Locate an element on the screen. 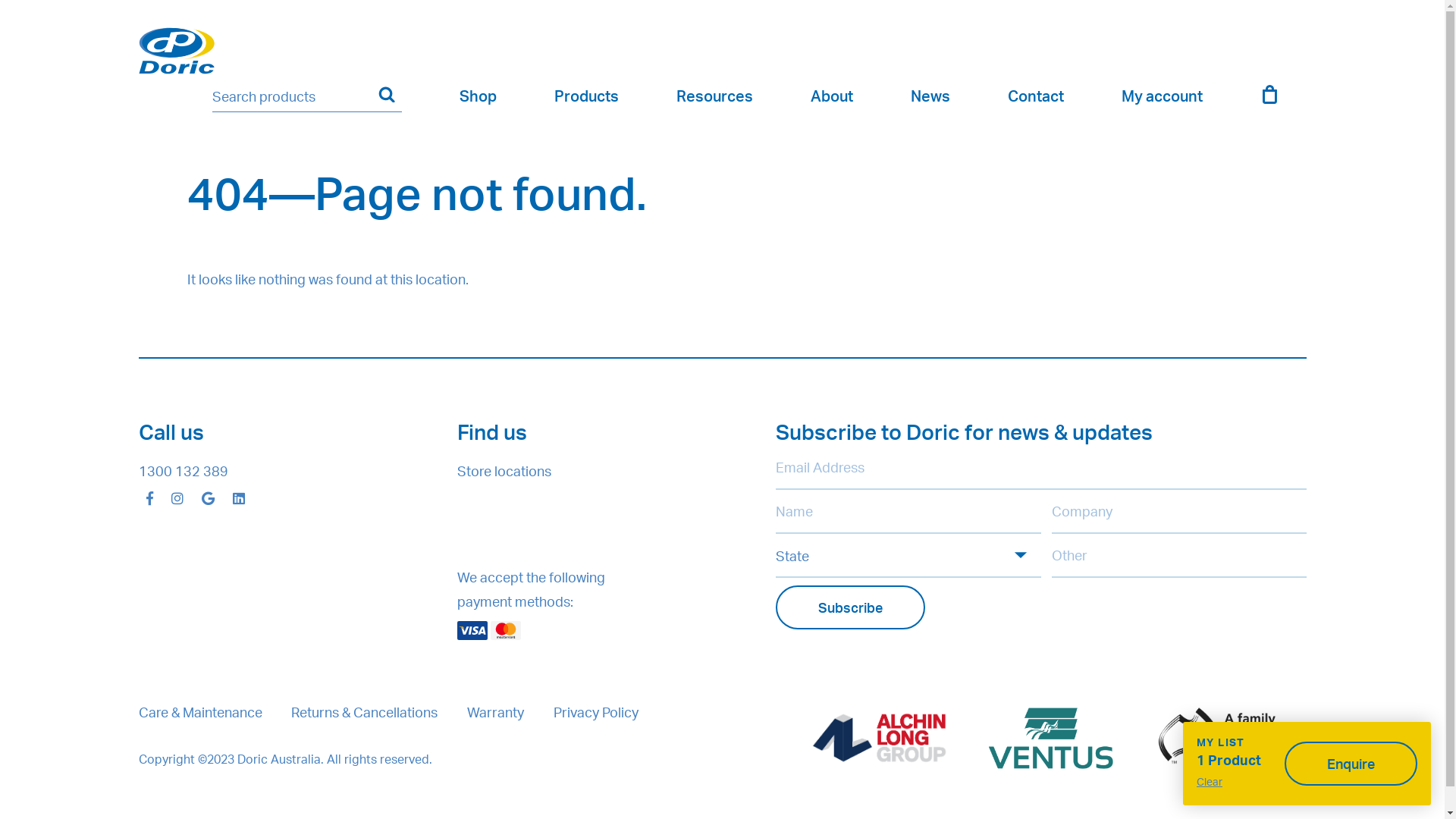  'Warranty' is located at coordinates (495, 711).